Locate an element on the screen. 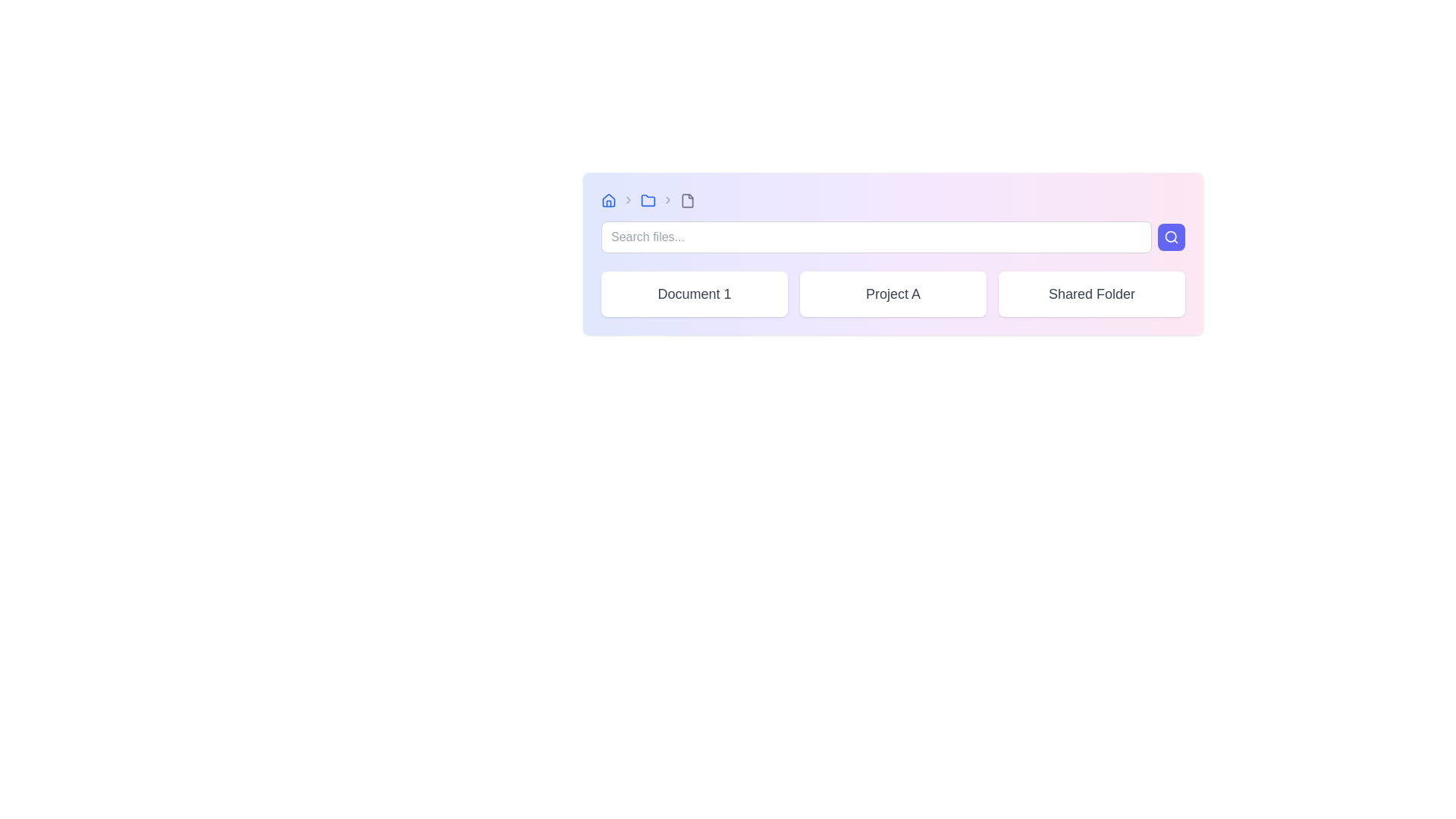  the search bar located at the top of the card to focus on it is located at coordinates (893, 237).